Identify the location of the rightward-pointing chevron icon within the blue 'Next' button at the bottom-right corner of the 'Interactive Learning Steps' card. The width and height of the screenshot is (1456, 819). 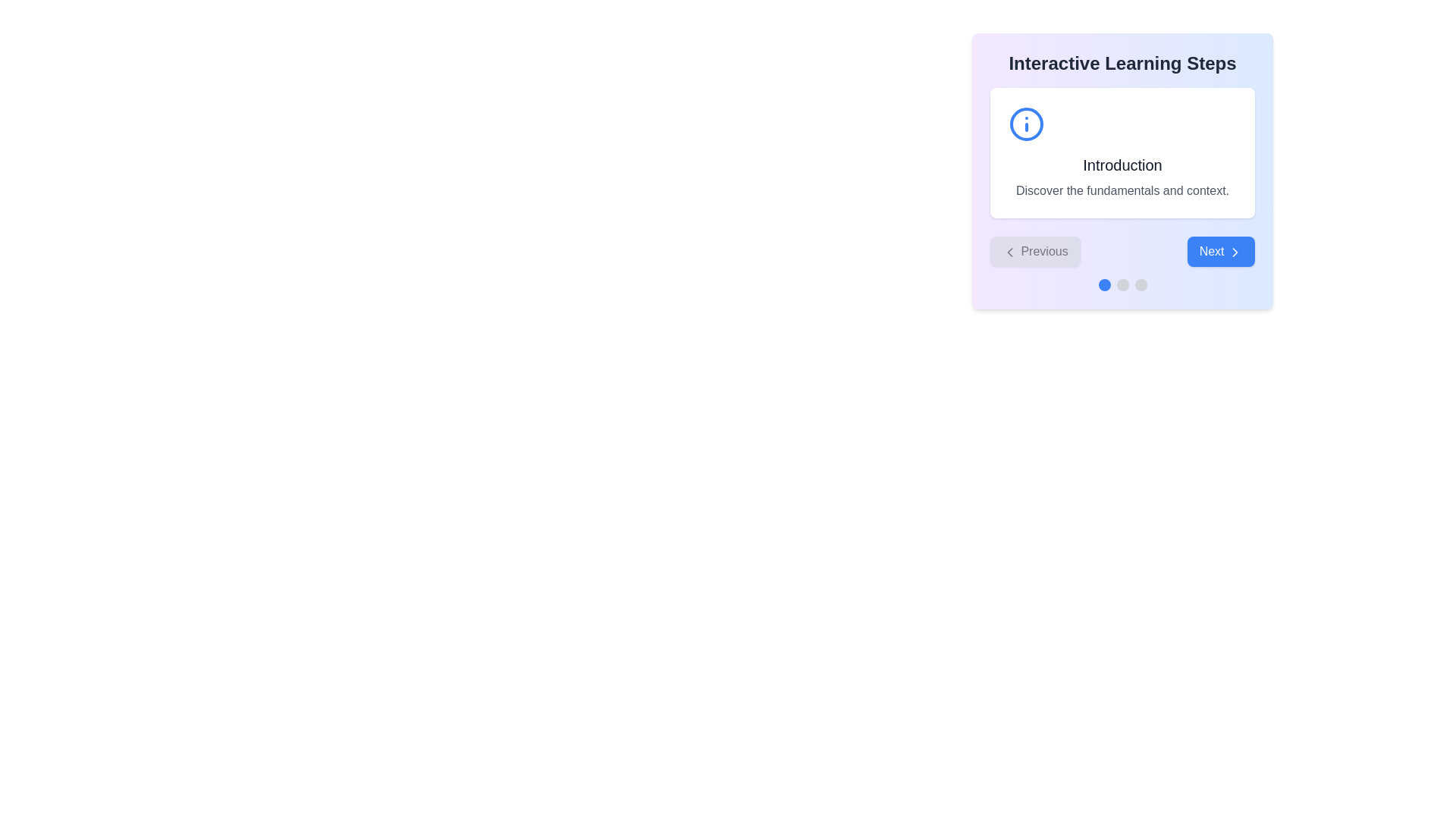
(1235, 250).